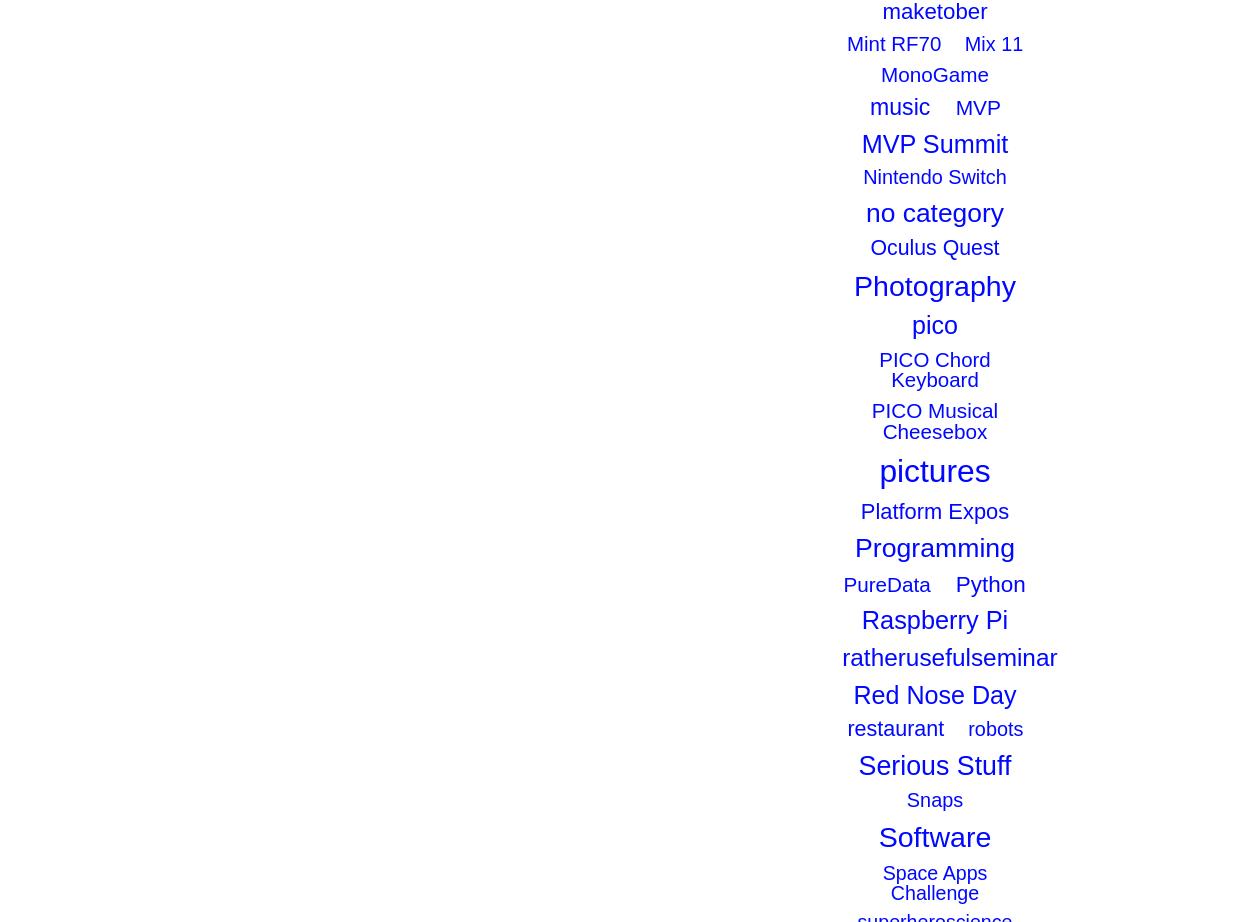  What do you see at coordinates (994, 728) in the screenshot?
I see `'robots'` at bounding box center [994, 728].